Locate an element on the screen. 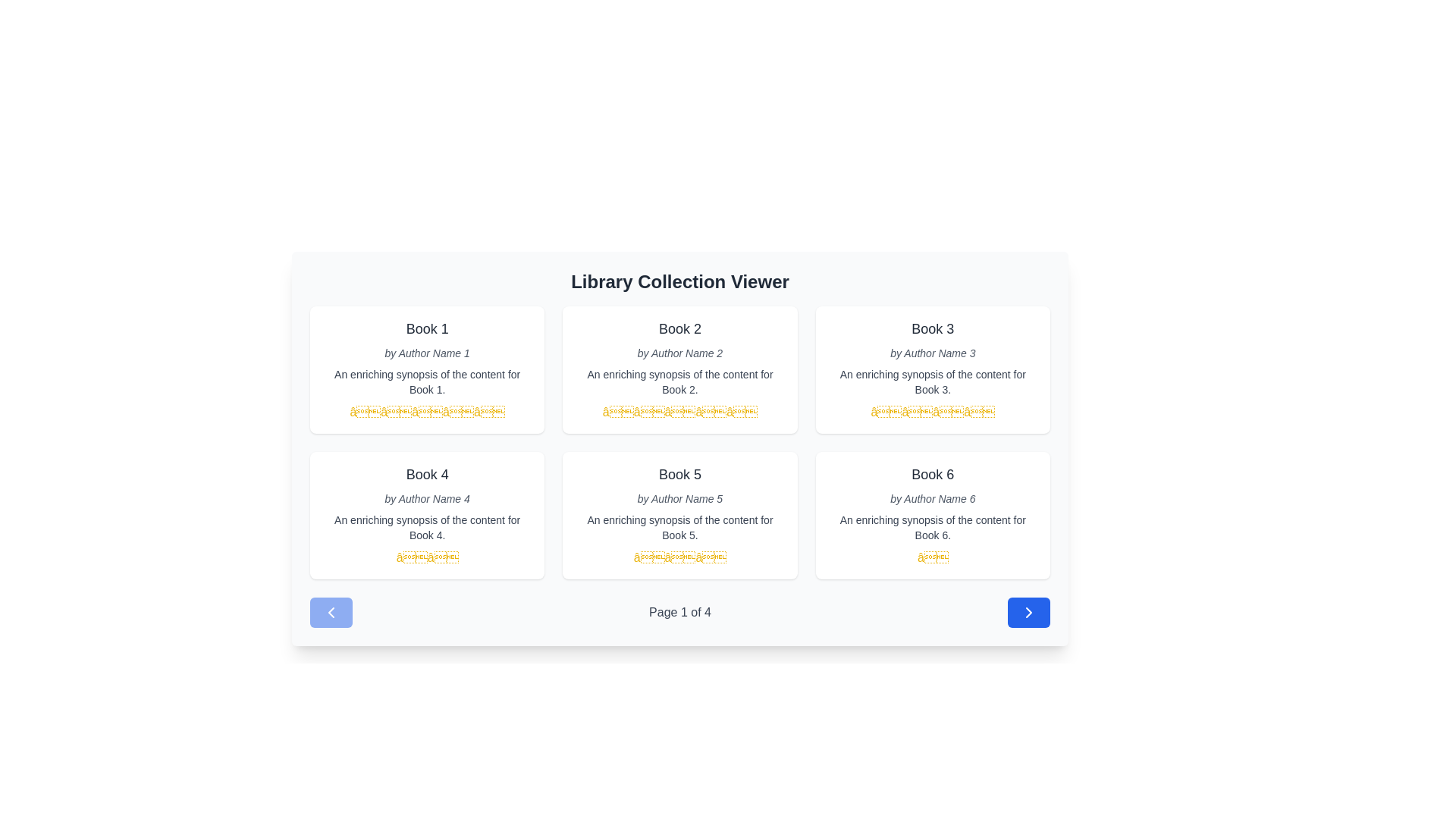  the third star icon in the rating system for 'Book 2', which visually represents the rating level is located at coordinates (679, 412).